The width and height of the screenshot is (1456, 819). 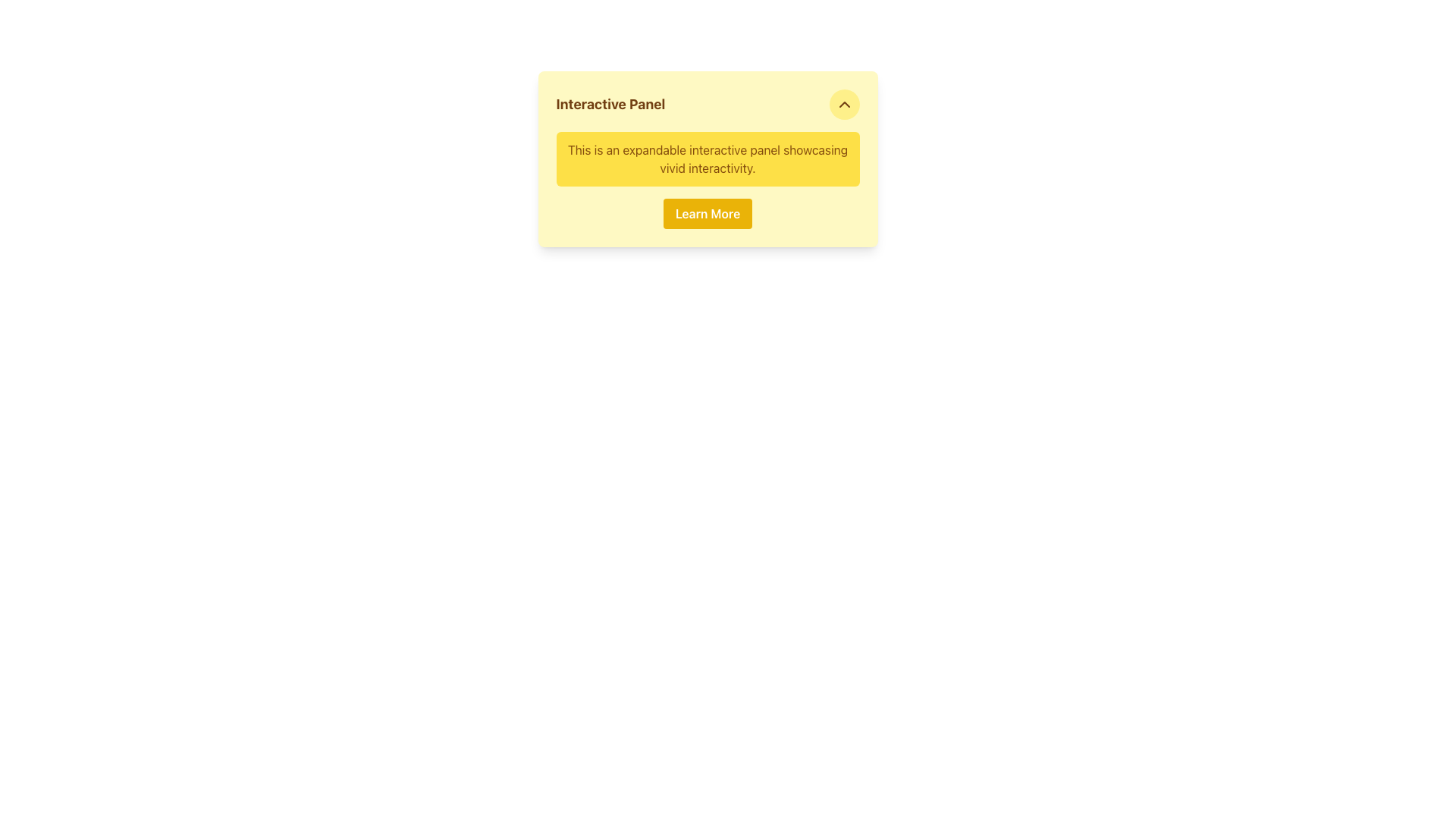 What do you see at coordinates (707, 213) in the screenshot?
I see `the call-to-action button located at the bottom section of the interactive panel` at bounding box center [707, 213].